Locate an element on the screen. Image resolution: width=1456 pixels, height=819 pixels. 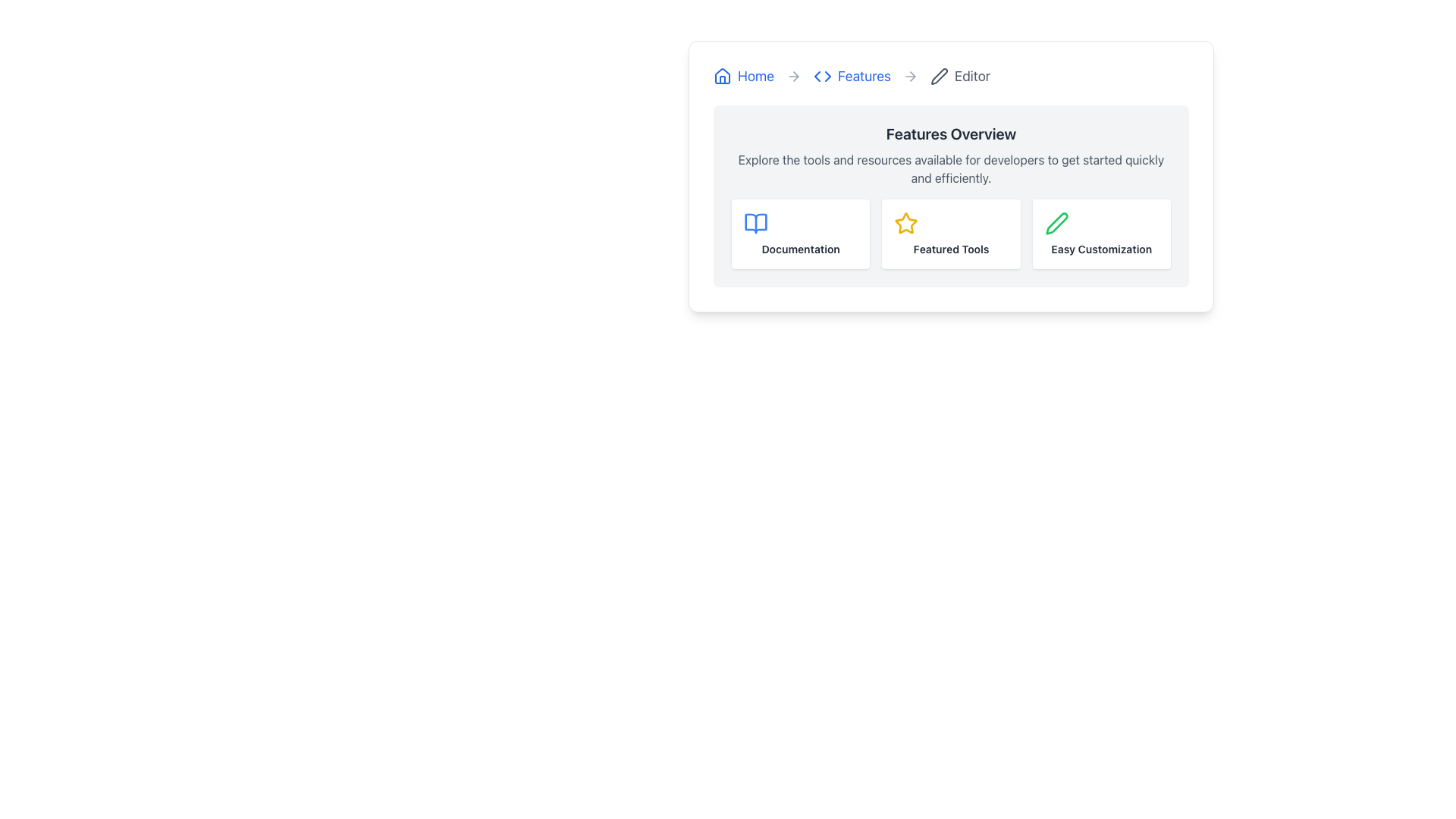
the static text block that displays the content 'Explore the tools and resources available for developers to get started quickly and efficiently.' positioned below the title 'Features Overview' is located at coordinates (950, 169).